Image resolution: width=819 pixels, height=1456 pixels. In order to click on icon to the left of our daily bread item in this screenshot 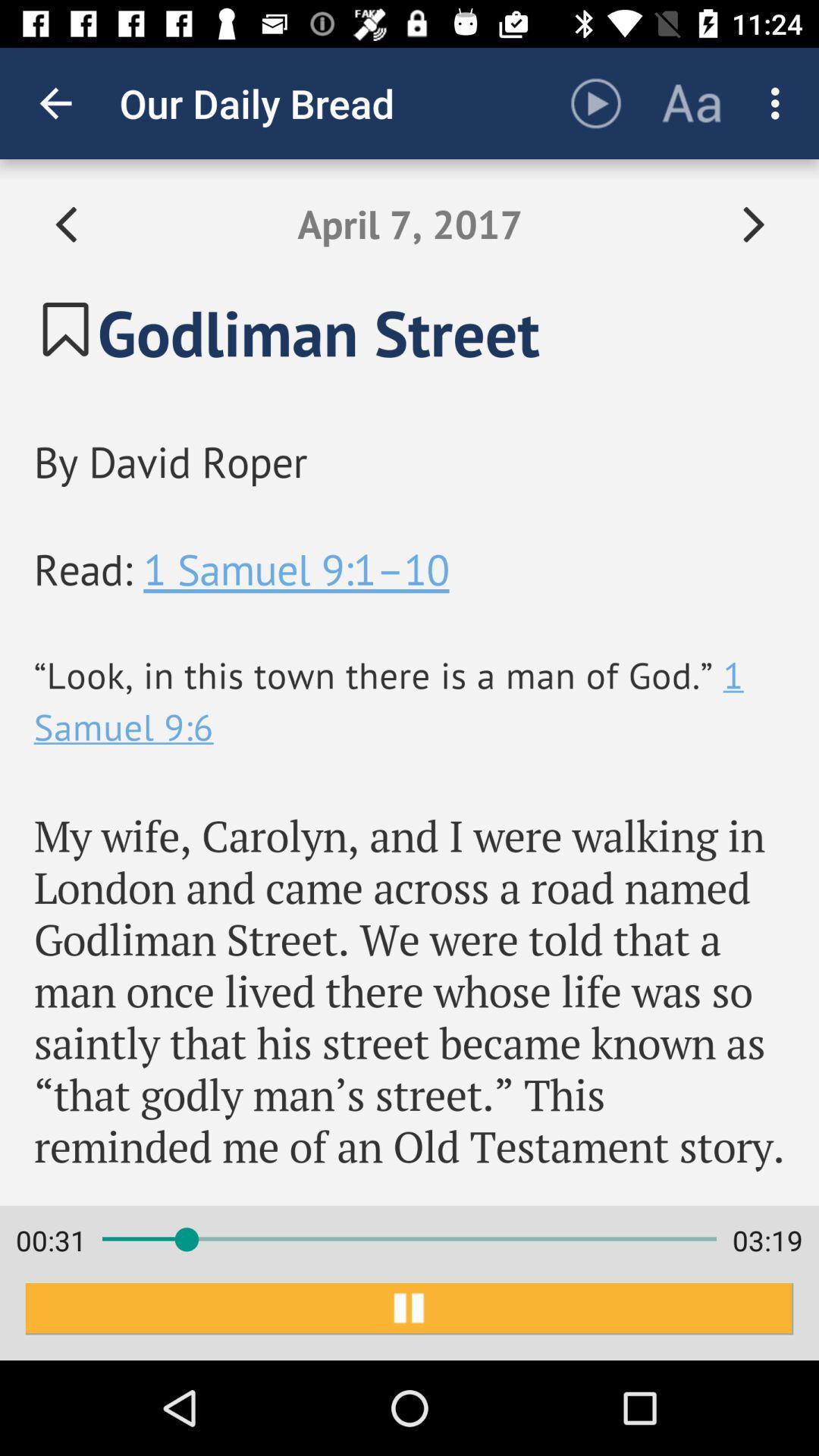, I will do `click(55, 102)`.